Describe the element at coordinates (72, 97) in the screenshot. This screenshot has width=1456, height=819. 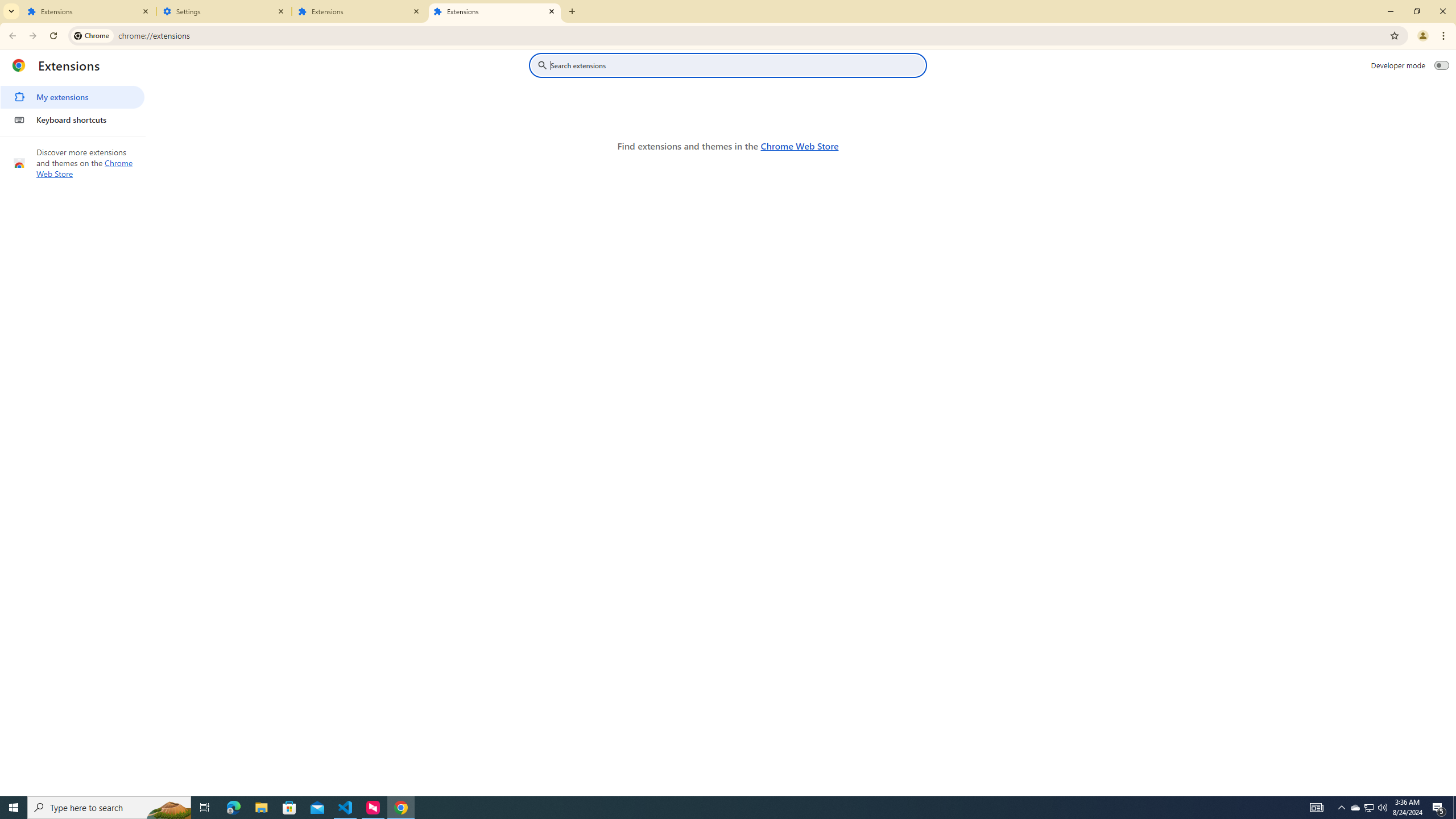
I see `'My extensions'` at that location.